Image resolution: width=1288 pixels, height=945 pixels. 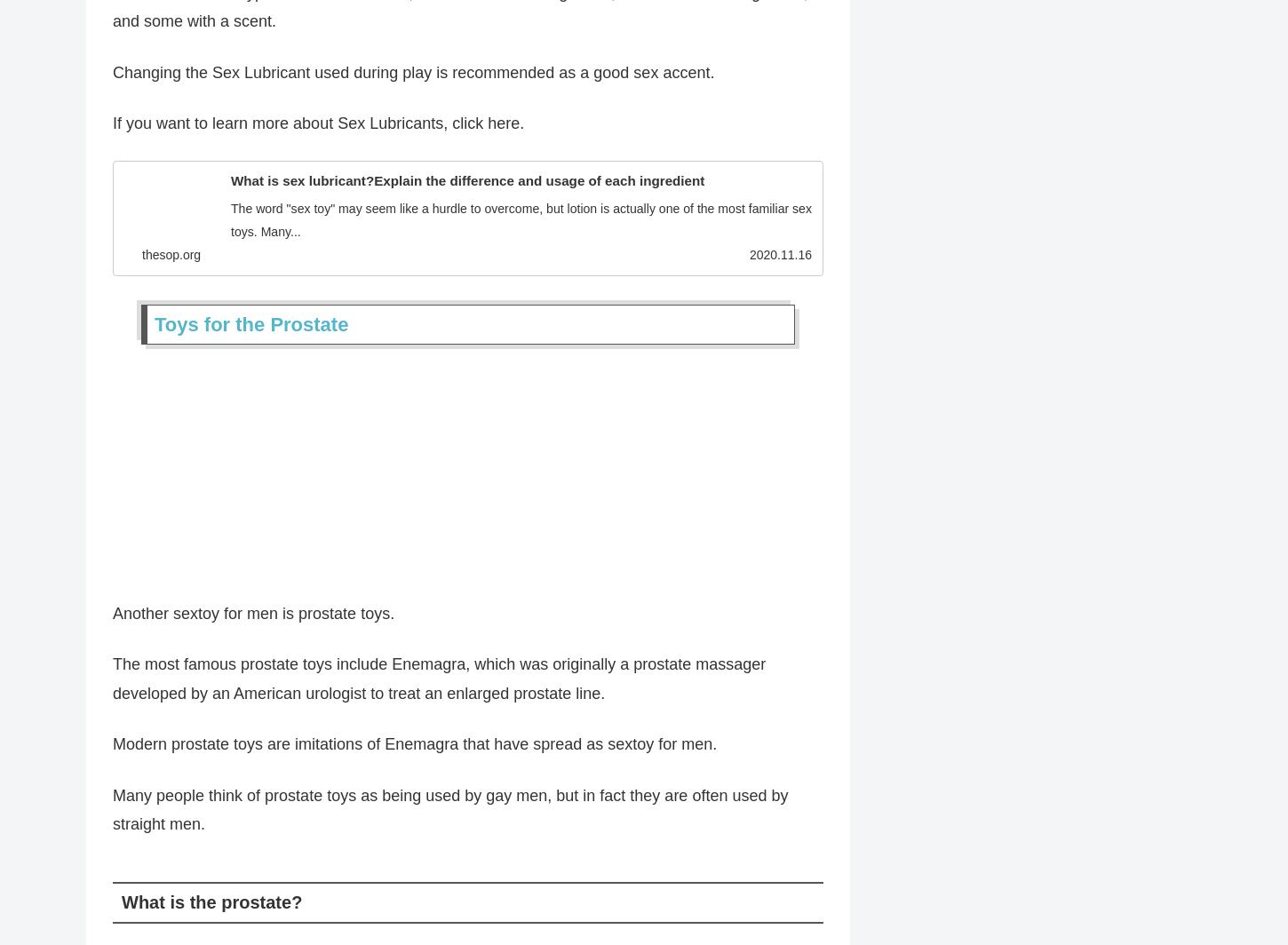 I want to click on 'Many people think of prostate toys as being used by gay men, but in fact they are often used by straight men.', so click(x=450, y=815).